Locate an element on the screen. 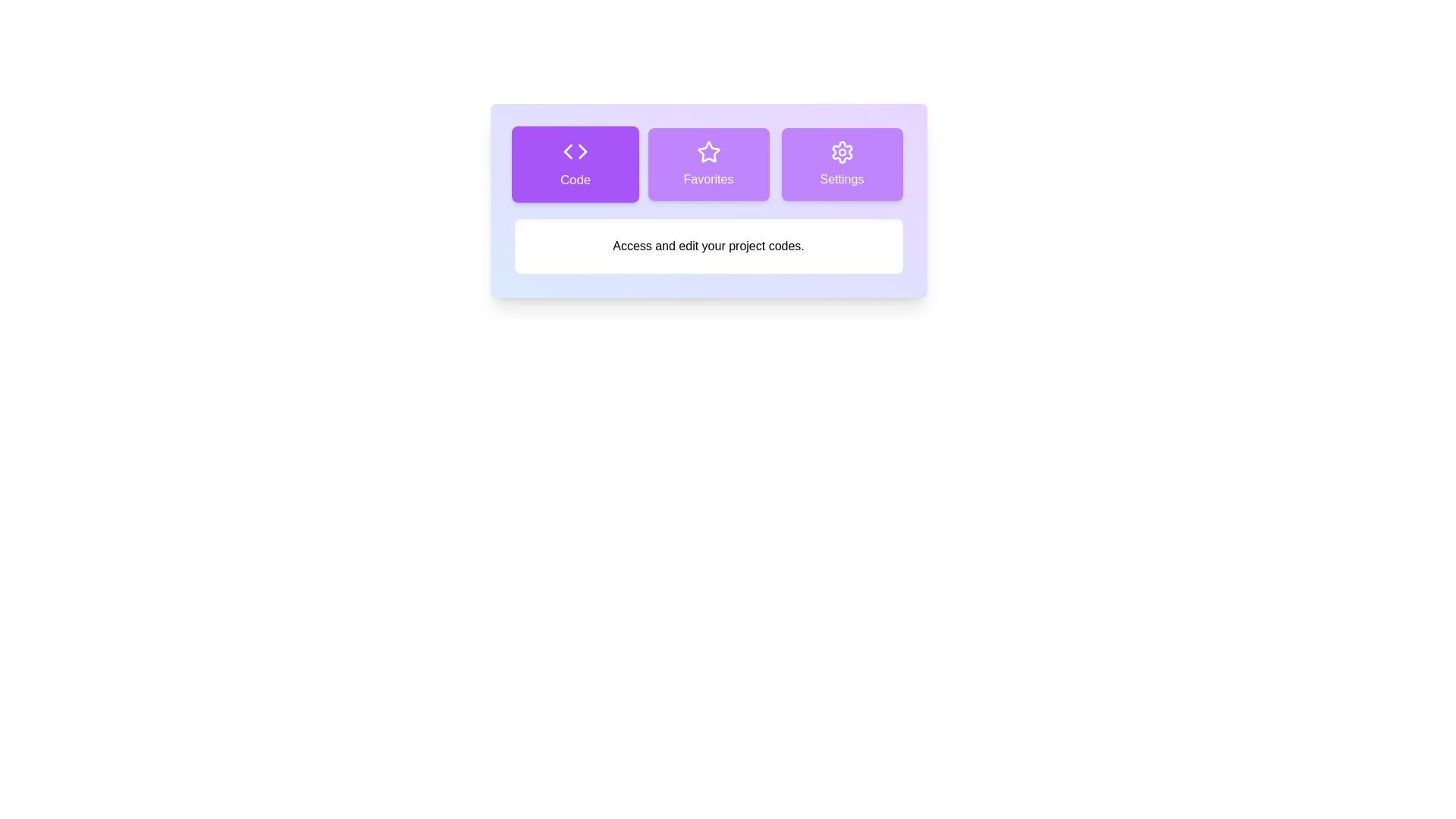 This screenshot has height=819, width=1456. the 'Favorites' label, which is styled in white font on a purple background and located beneath a star icon in the second card is located at coordinates (708, 178).